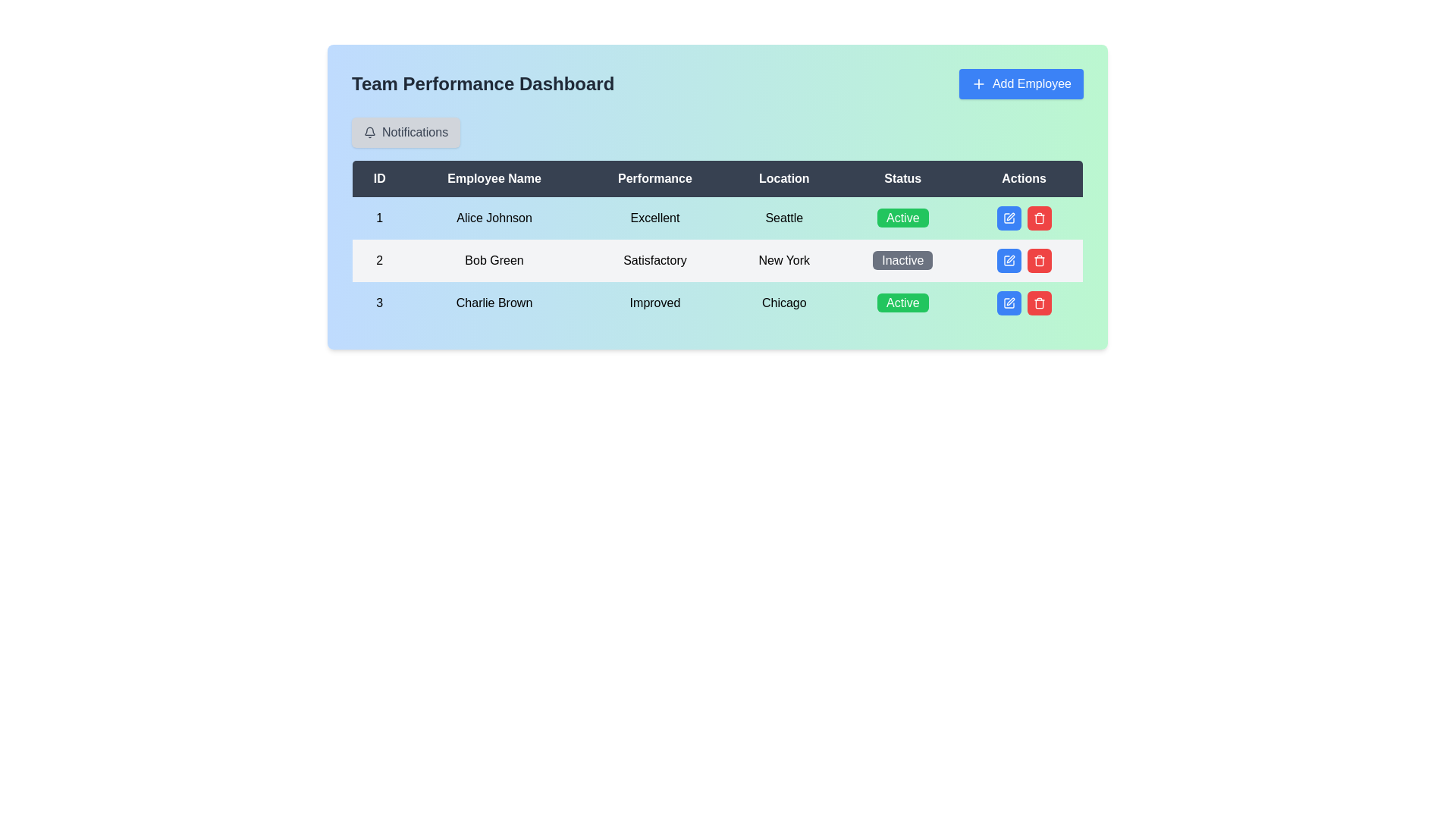 The width and height of the screenshot is (1456, 819). What do you see at coordinates (655, 177) in the screenshot?
I see `the third header in the table indicating performance metrics, located between 'Employee Name' and 'Location' in the 'Team Performance Dashboard'` at bounding box center [655, 177].